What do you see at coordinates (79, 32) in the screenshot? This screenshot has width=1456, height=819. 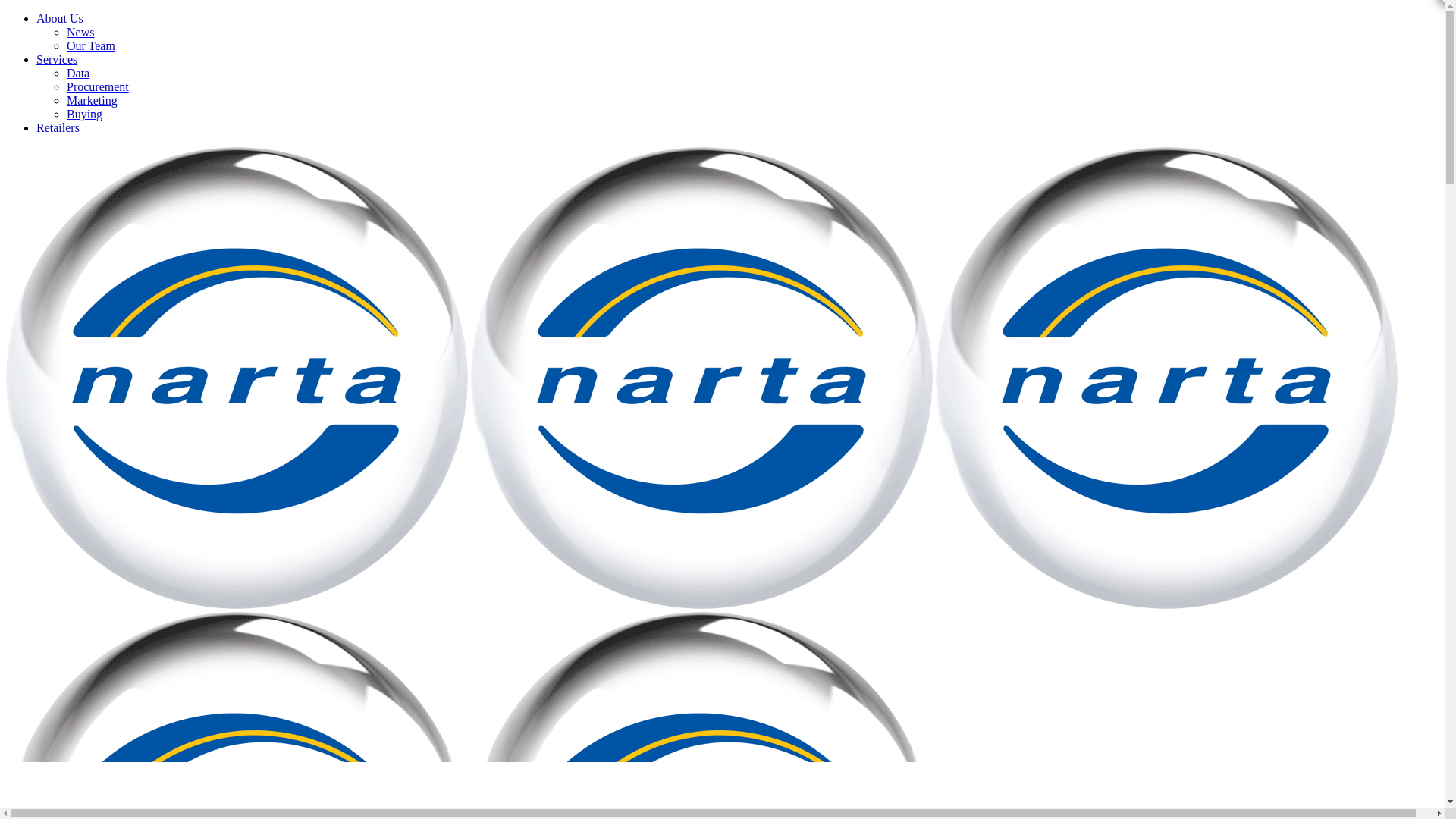 I see `'News'` at bounding box center [79, 32].